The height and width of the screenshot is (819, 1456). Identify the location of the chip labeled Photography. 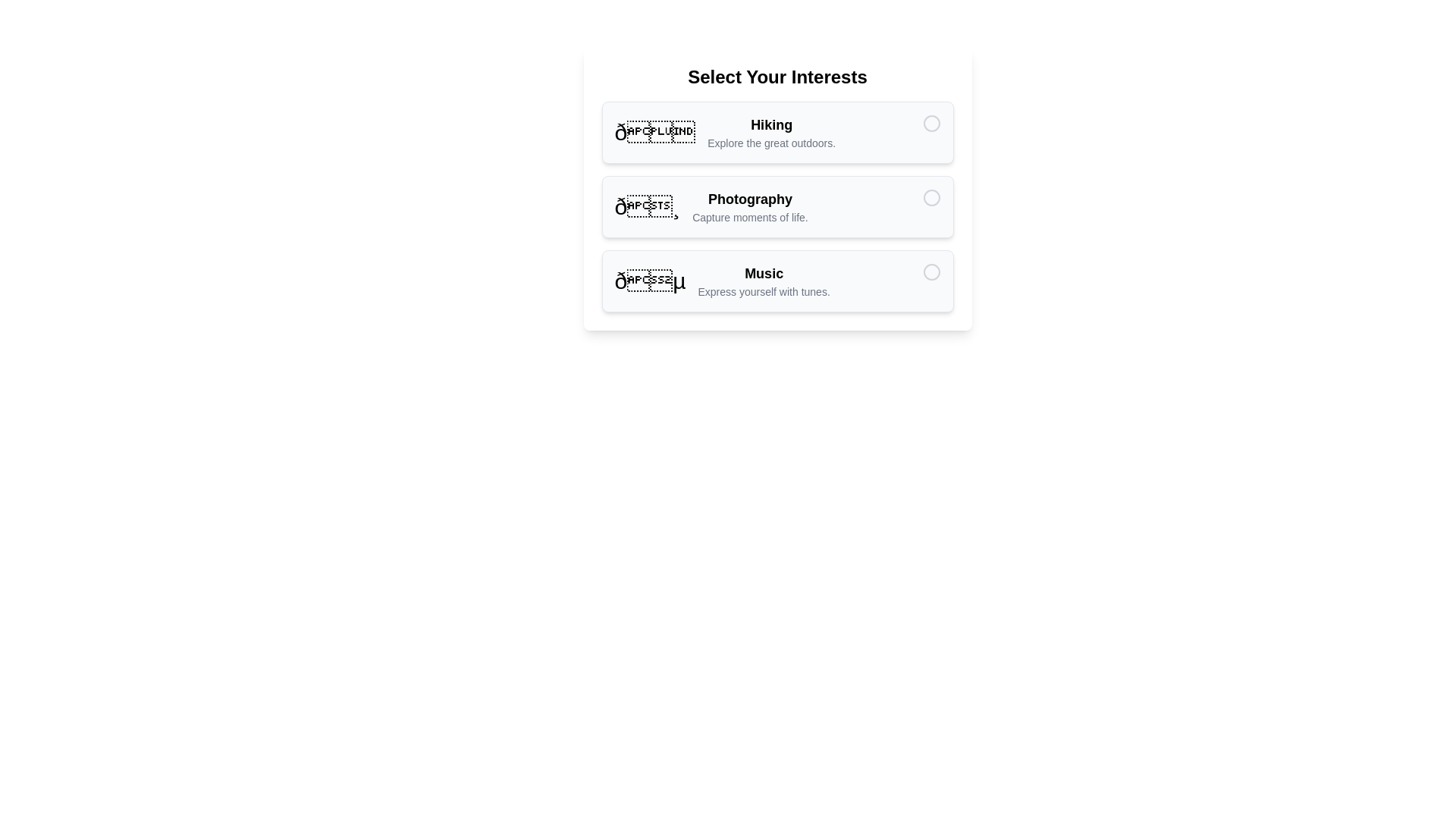
(777, 207).